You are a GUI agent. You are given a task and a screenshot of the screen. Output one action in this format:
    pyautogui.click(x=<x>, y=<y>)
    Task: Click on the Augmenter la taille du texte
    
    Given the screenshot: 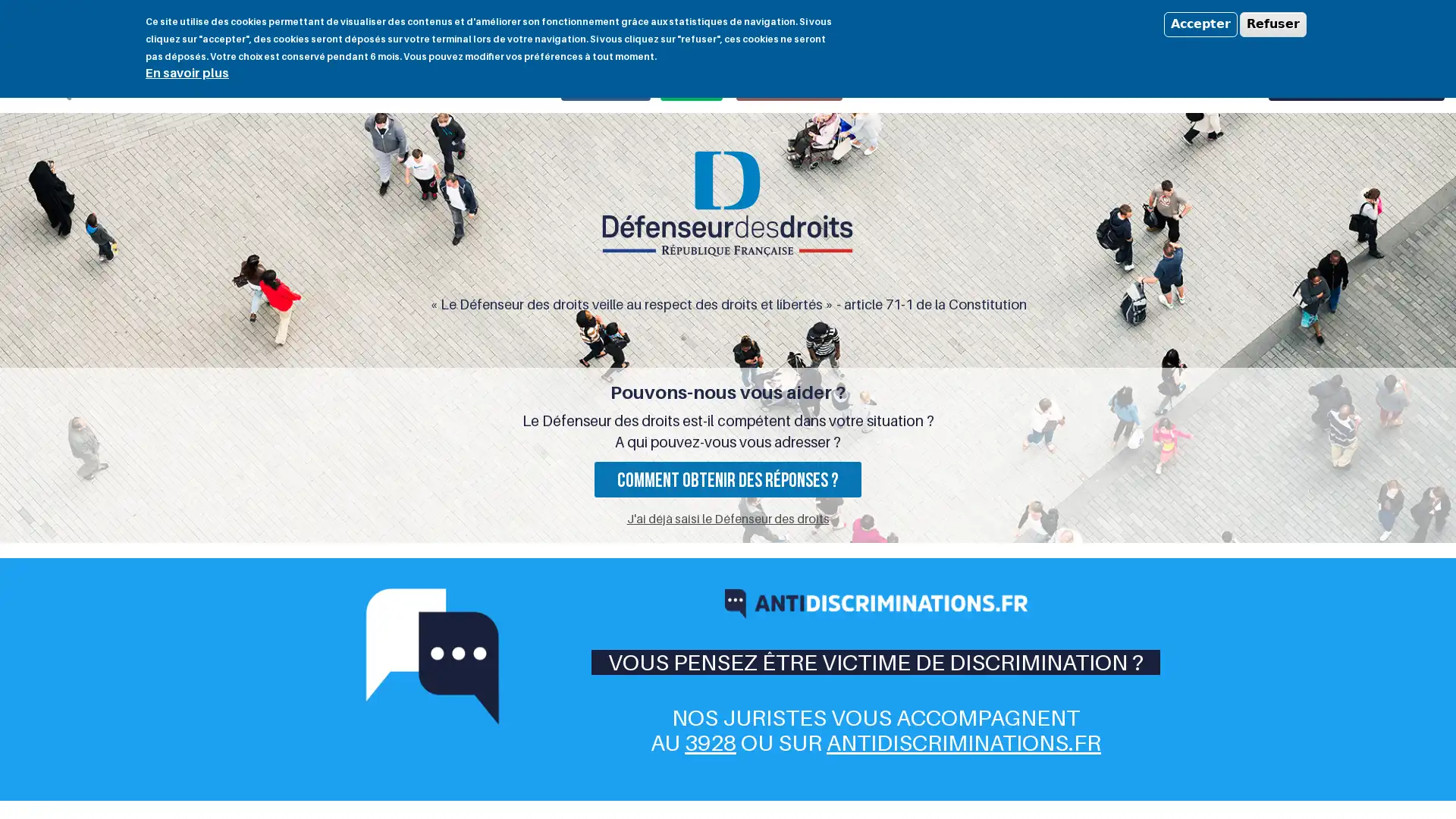 What is the action you would take?
    pyautogui.click(x=1270, y=24)
    